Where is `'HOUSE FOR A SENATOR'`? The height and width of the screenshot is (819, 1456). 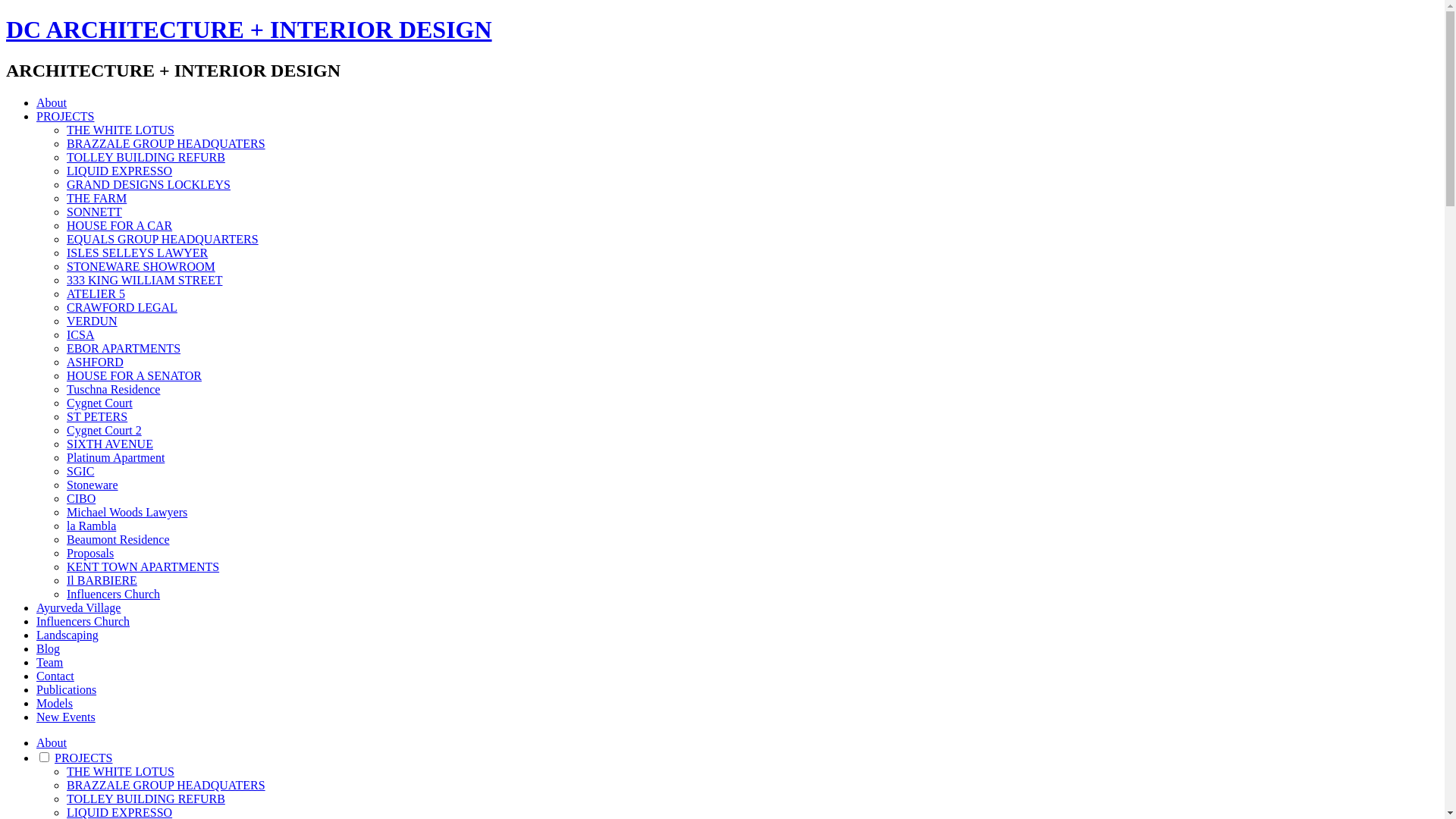
'HOUSE FOR A SENATOR' is located at coordinates (134, 375).